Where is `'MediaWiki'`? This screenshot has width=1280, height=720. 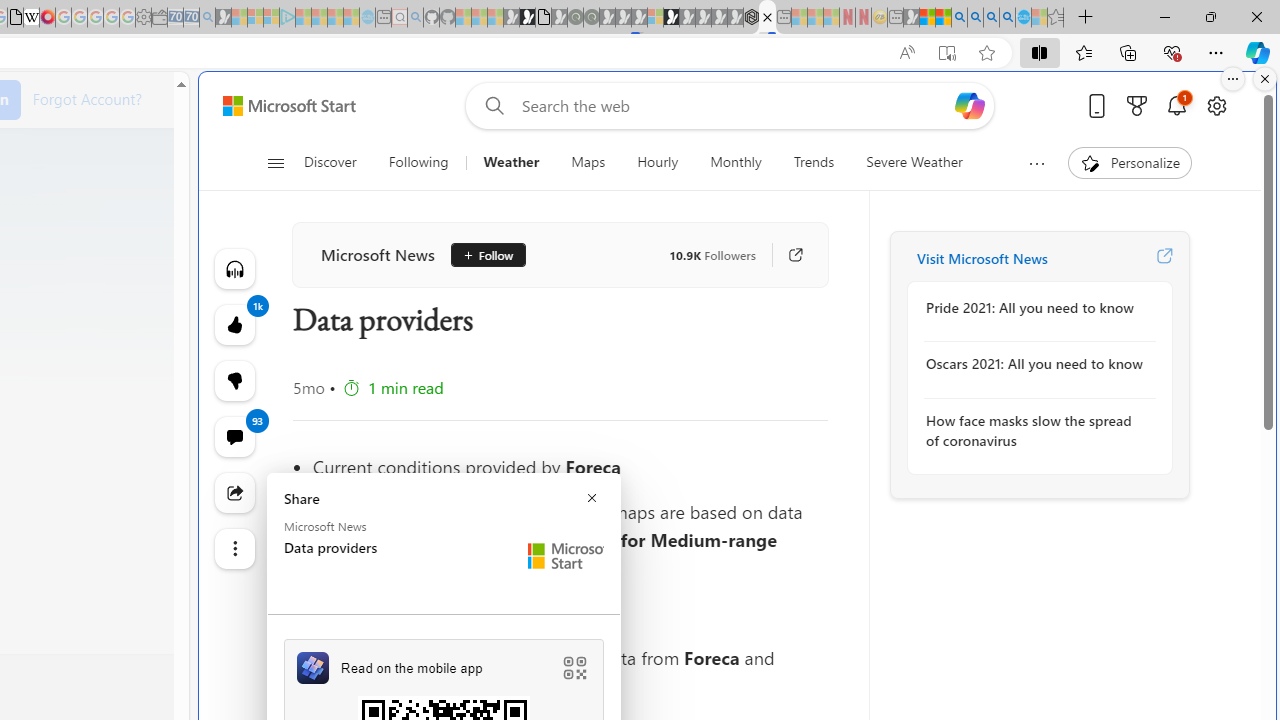
'MediaWiki' is located at coordinates (47, 17).